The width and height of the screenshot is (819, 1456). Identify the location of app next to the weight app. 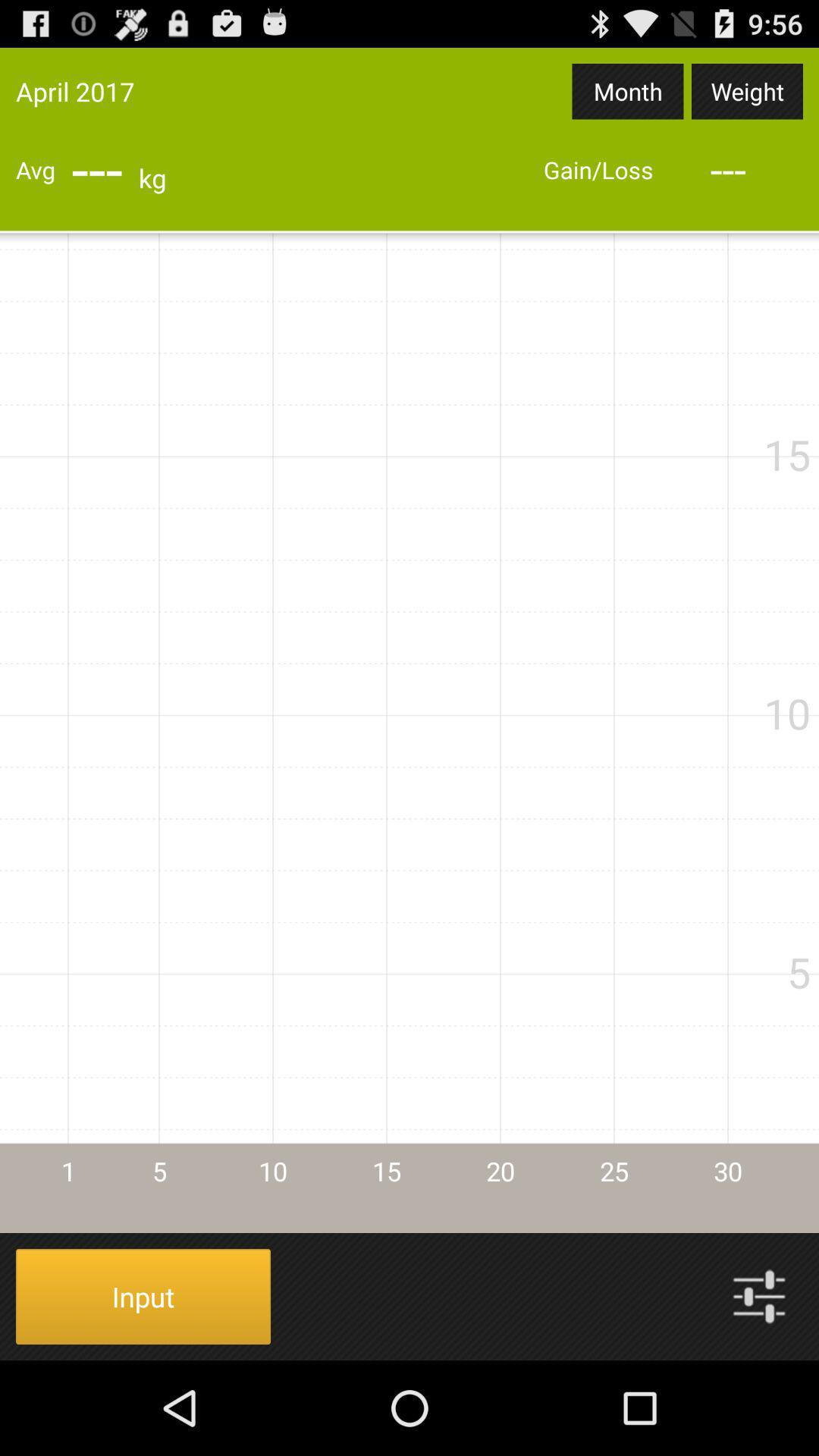
(628, 90).